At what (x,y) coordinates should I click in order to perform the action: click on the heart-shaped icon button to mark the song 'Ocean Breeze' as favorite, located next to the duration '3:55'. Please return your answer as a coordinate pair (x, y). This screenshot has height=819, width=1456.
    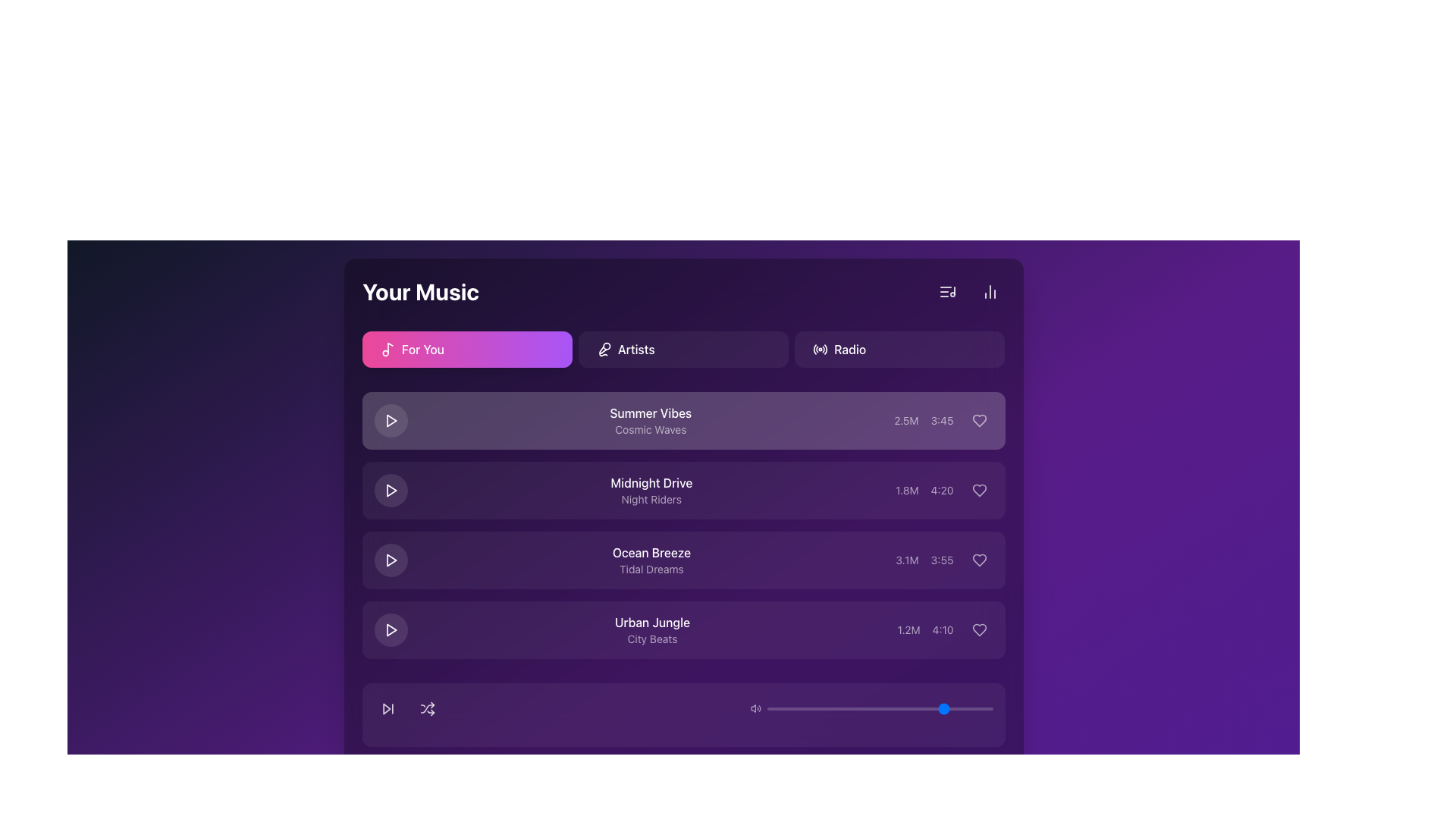
    Looking at the image, I should click on (979, 560).